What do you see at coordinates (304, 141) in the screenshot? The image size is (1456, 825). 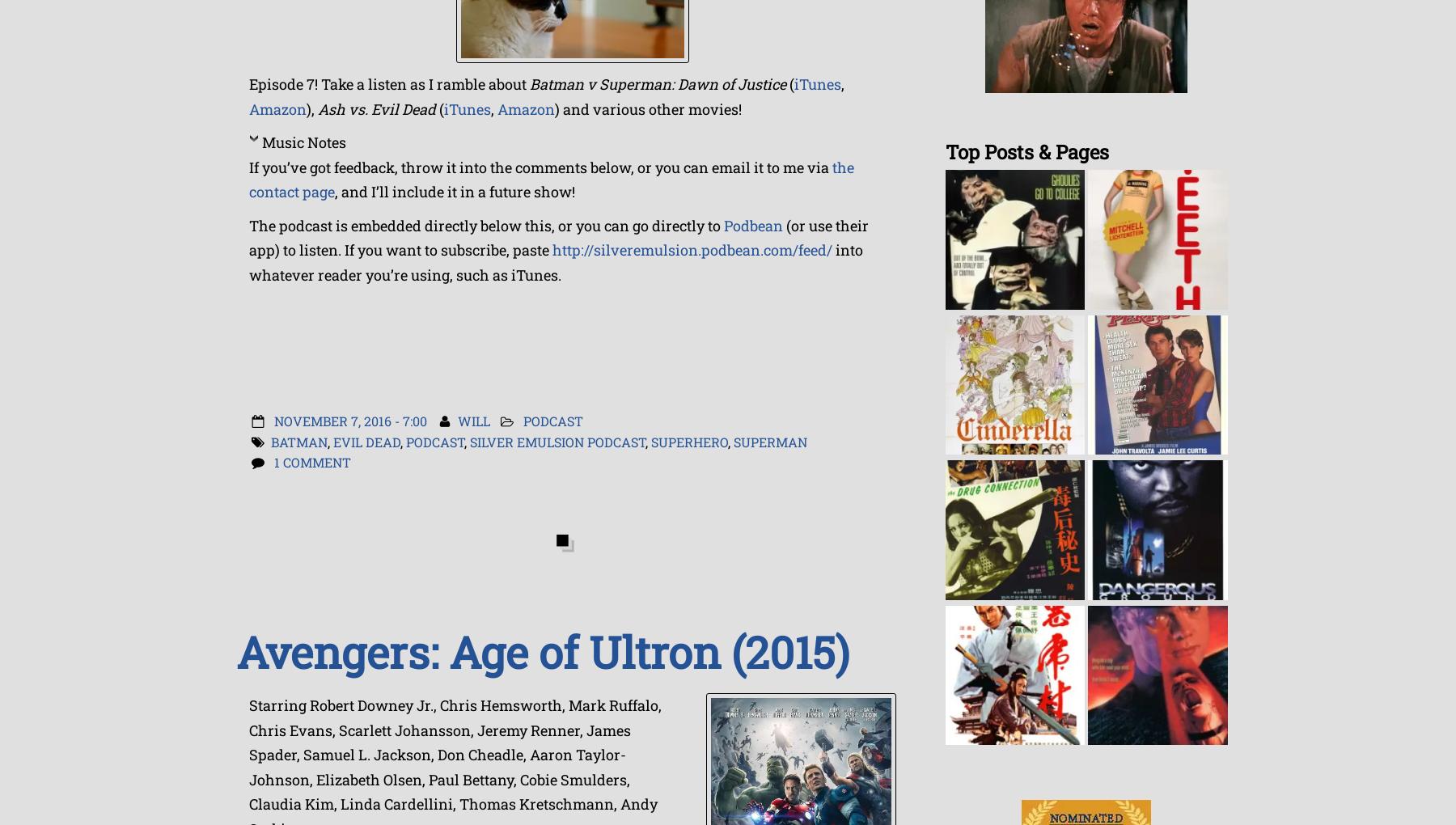 I see `'Music Notes'` at bounding box center [304, 141].